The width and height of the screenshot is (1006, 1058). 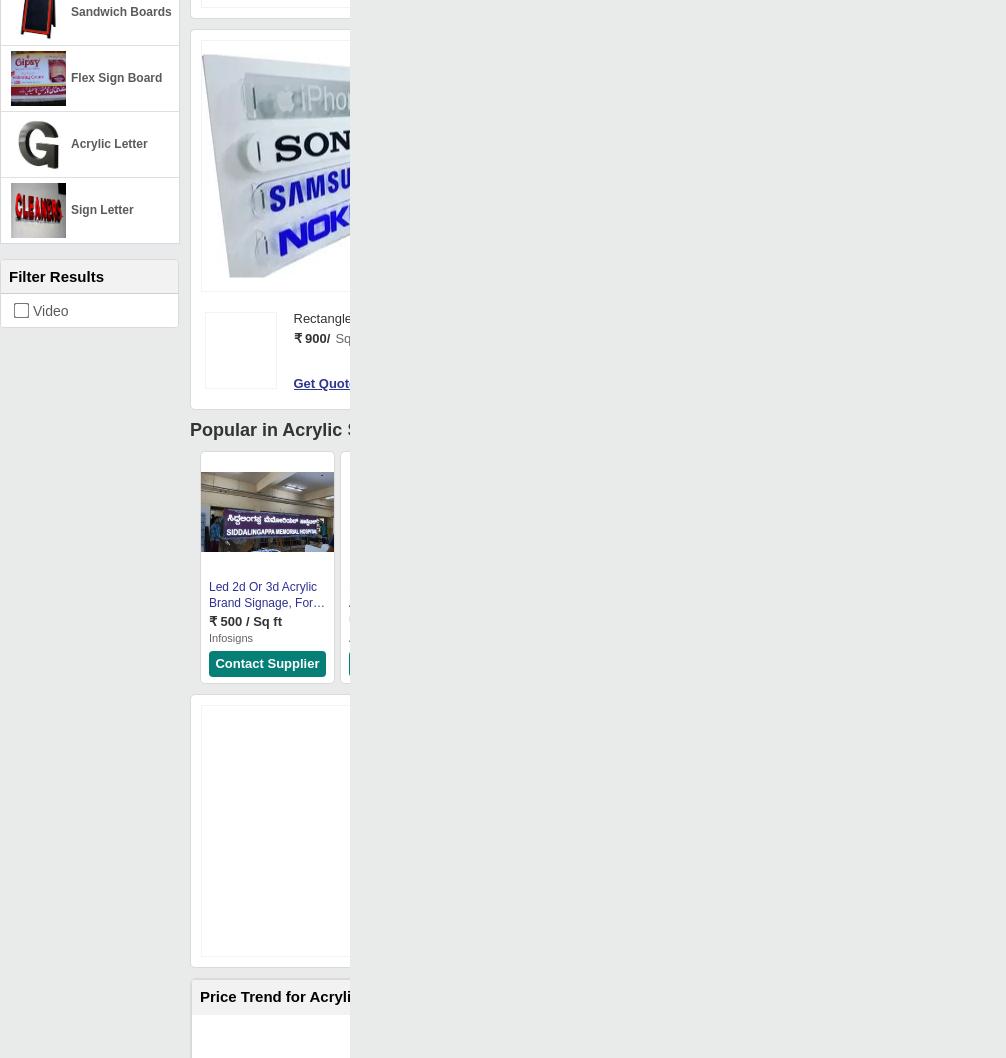 What do you see at coordinates (547, 602) in the screenshot?
I see `'Blue Round Acrylic logo, For Promotional, 2.5 mm'` at bounding box center [547, 602].